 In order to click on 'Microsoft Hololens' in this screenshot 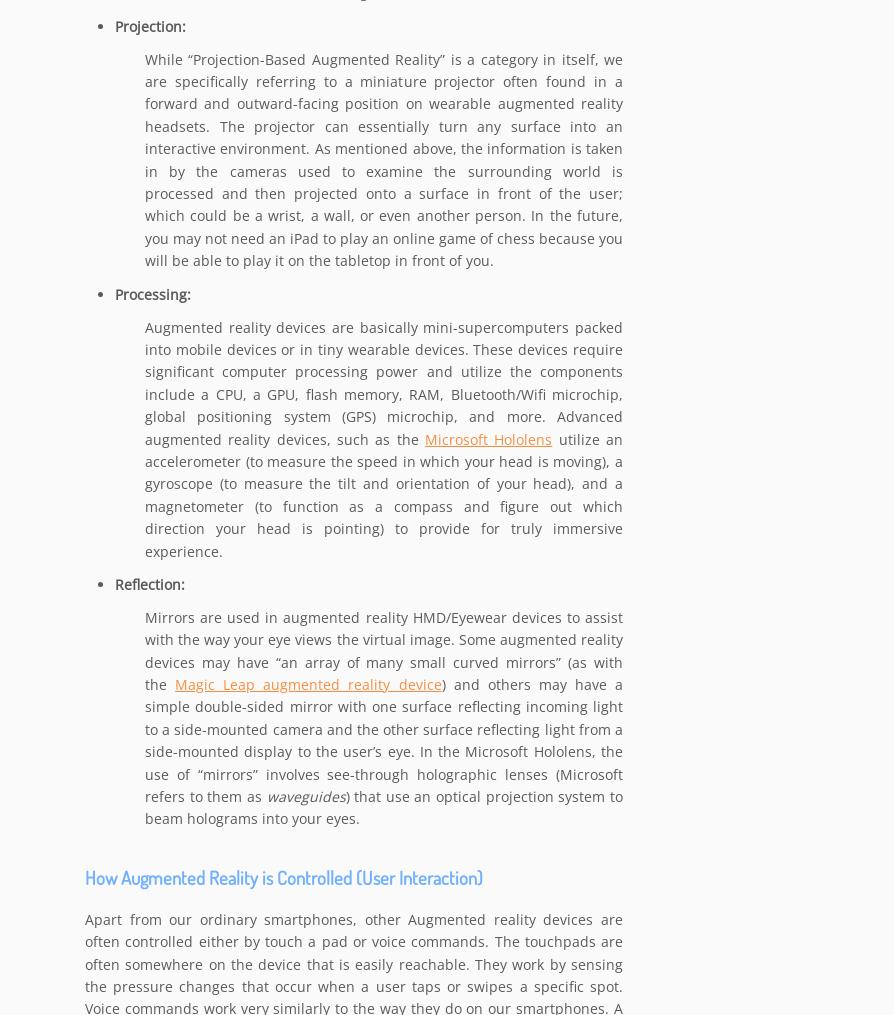, I will do `click(488, 439)`.